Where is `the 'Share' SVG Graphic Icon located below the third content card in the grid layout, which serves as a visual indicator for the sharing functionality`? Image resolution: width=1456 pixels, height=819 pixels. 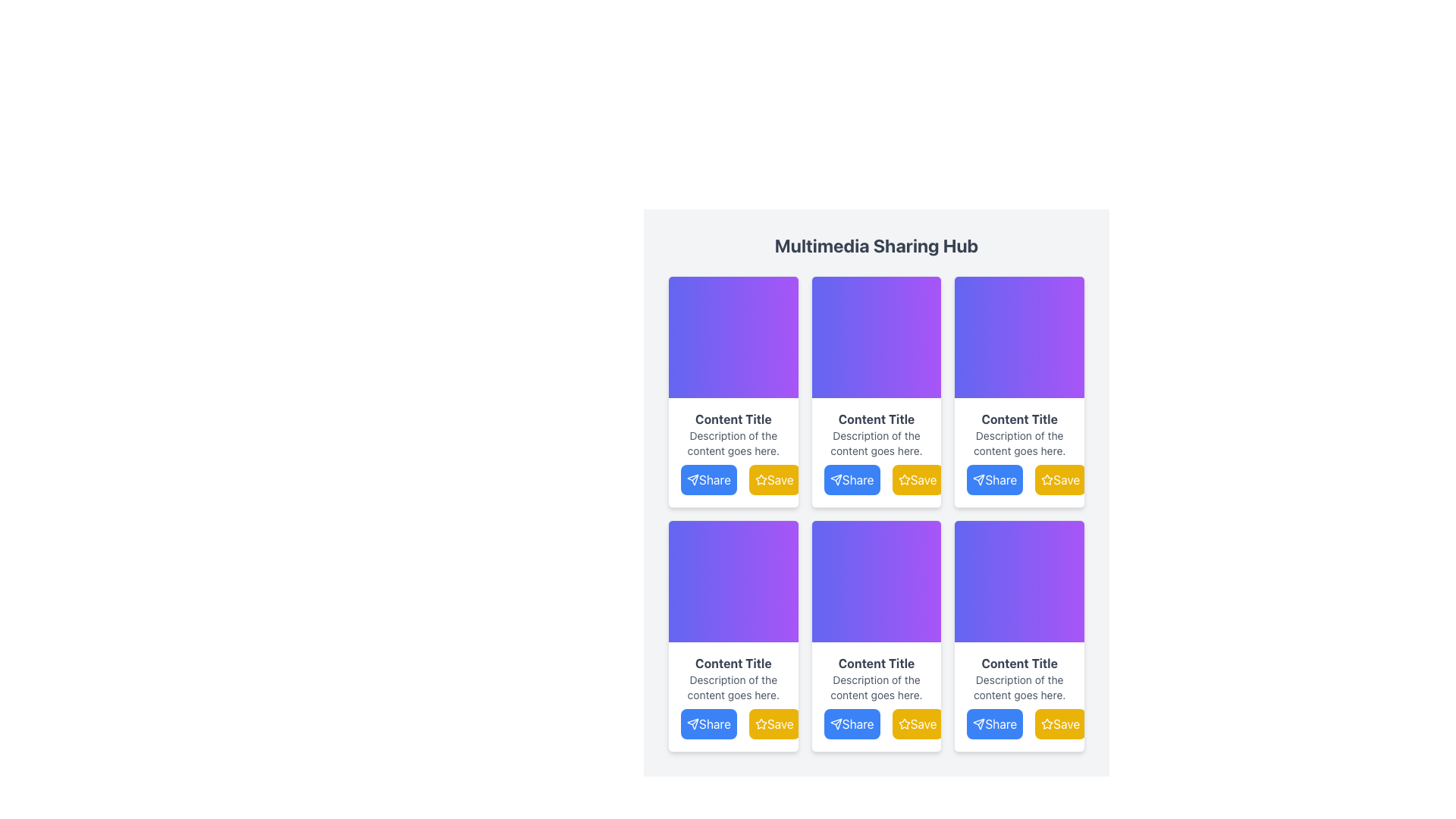
the 'Share' SVG Graphic Icon located below the third content card in the grid layout, which serves as a visual indicator for the sharing functionality is located at coordinates (979, 479).